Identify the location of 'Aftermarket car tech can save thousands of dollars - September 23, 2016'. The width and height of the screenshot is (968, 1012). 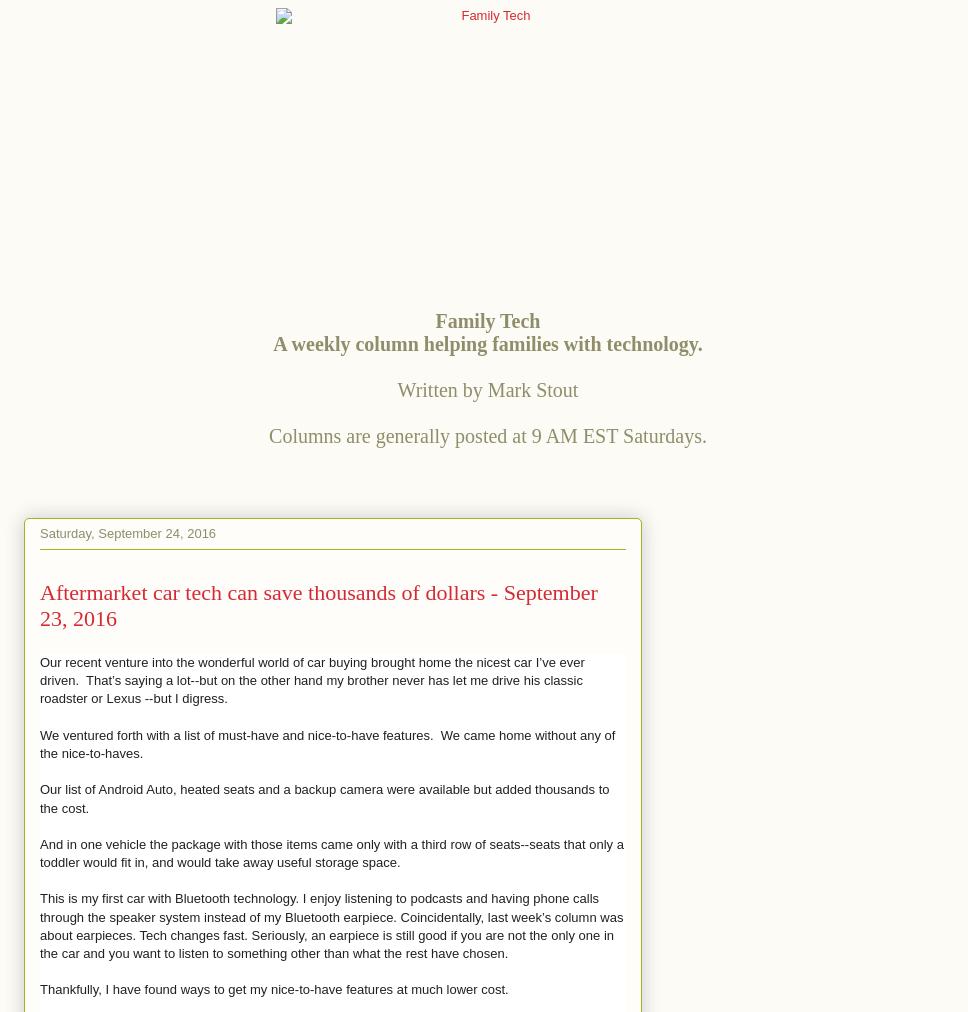
(317, 604).